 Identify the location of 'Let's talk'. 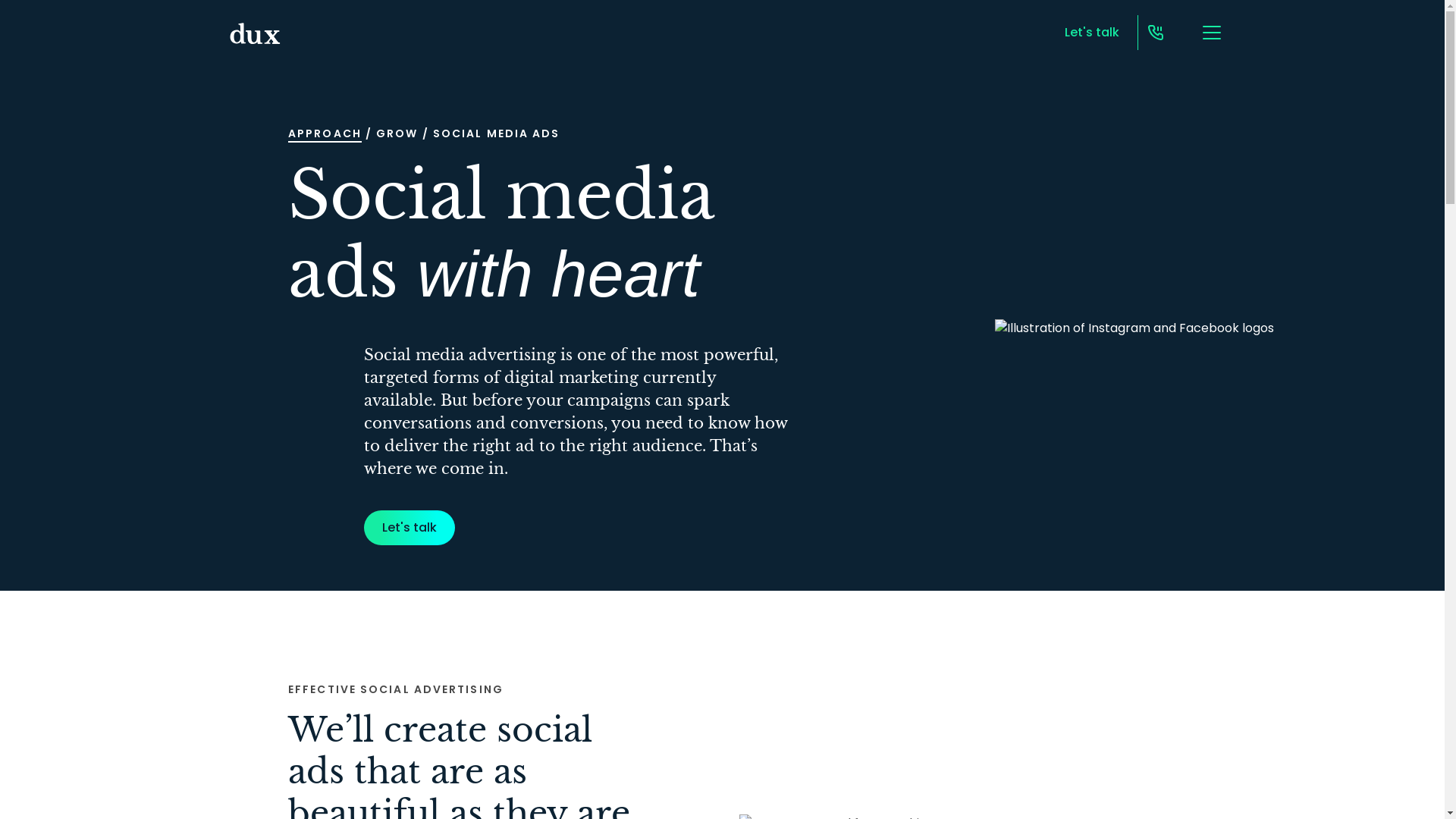
(409, 526).